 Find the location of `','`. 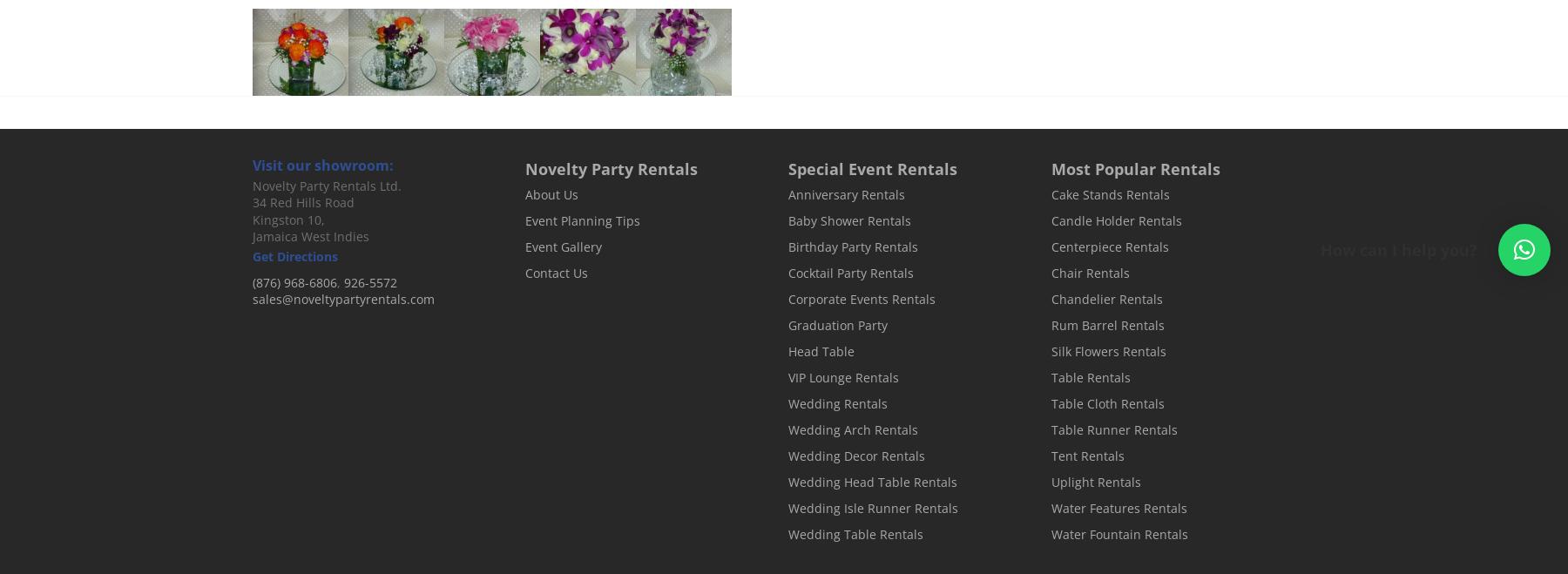

',' is located at coordinates (340, 281).